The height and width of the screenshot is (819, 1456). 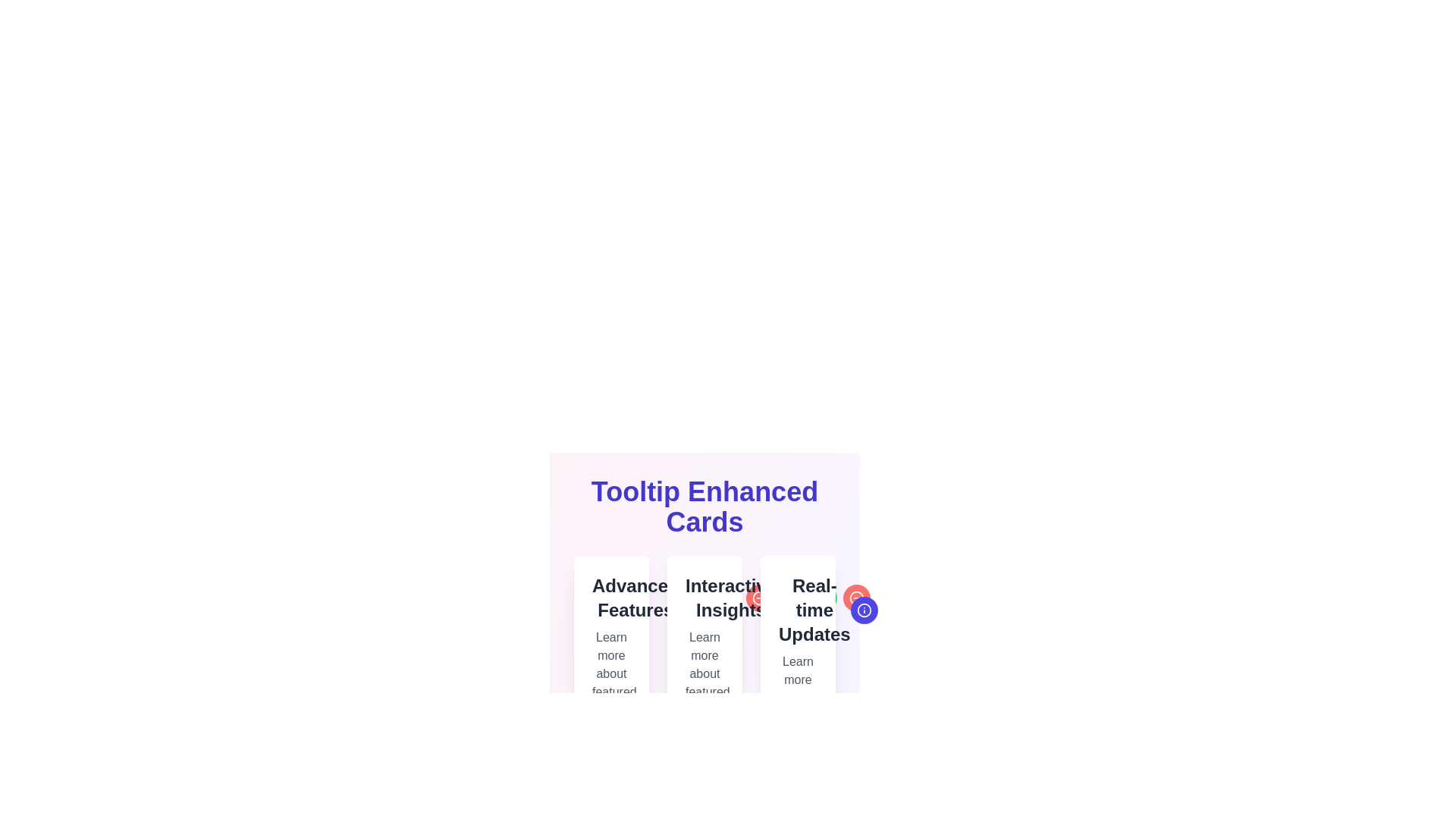 I want to click on the remove button located at the top-right of the 'Interactive Insights' card under 'Tooltip Enhanced Cards', so click(x=759, y=598).